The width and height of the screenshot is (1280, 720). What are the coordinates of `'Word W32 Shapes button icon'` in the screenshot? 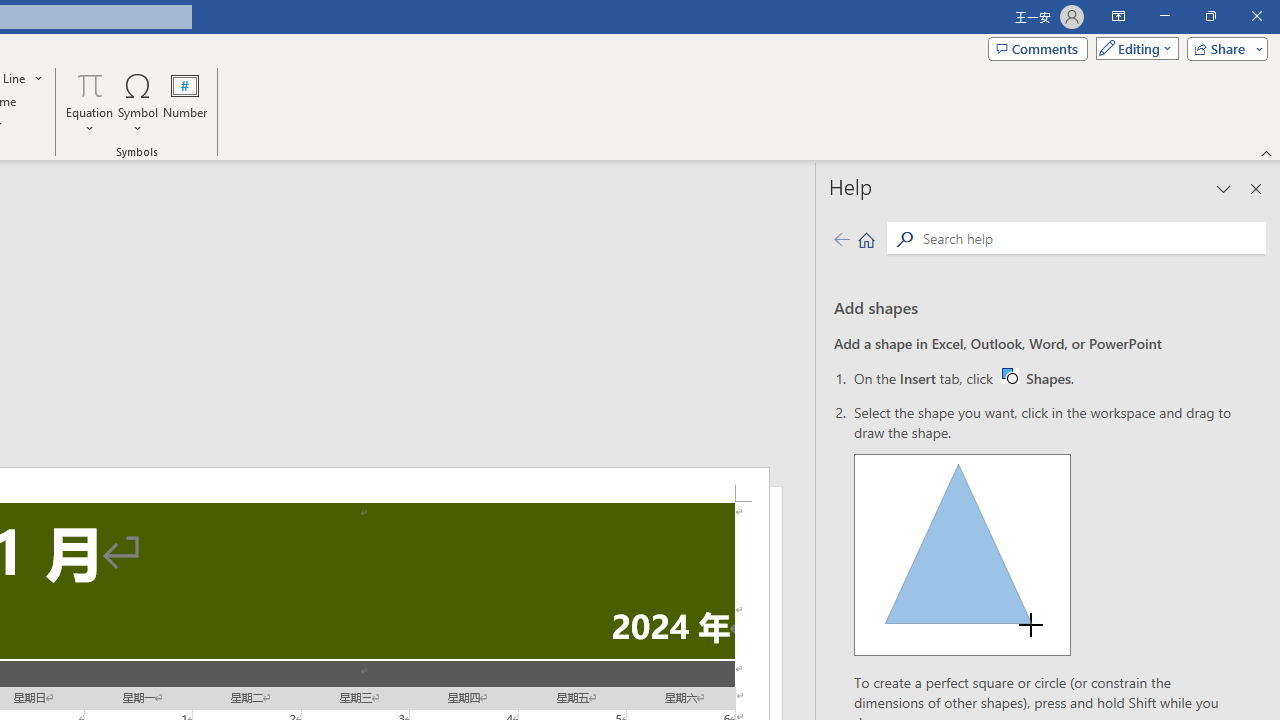 It's located at (1009, 375).